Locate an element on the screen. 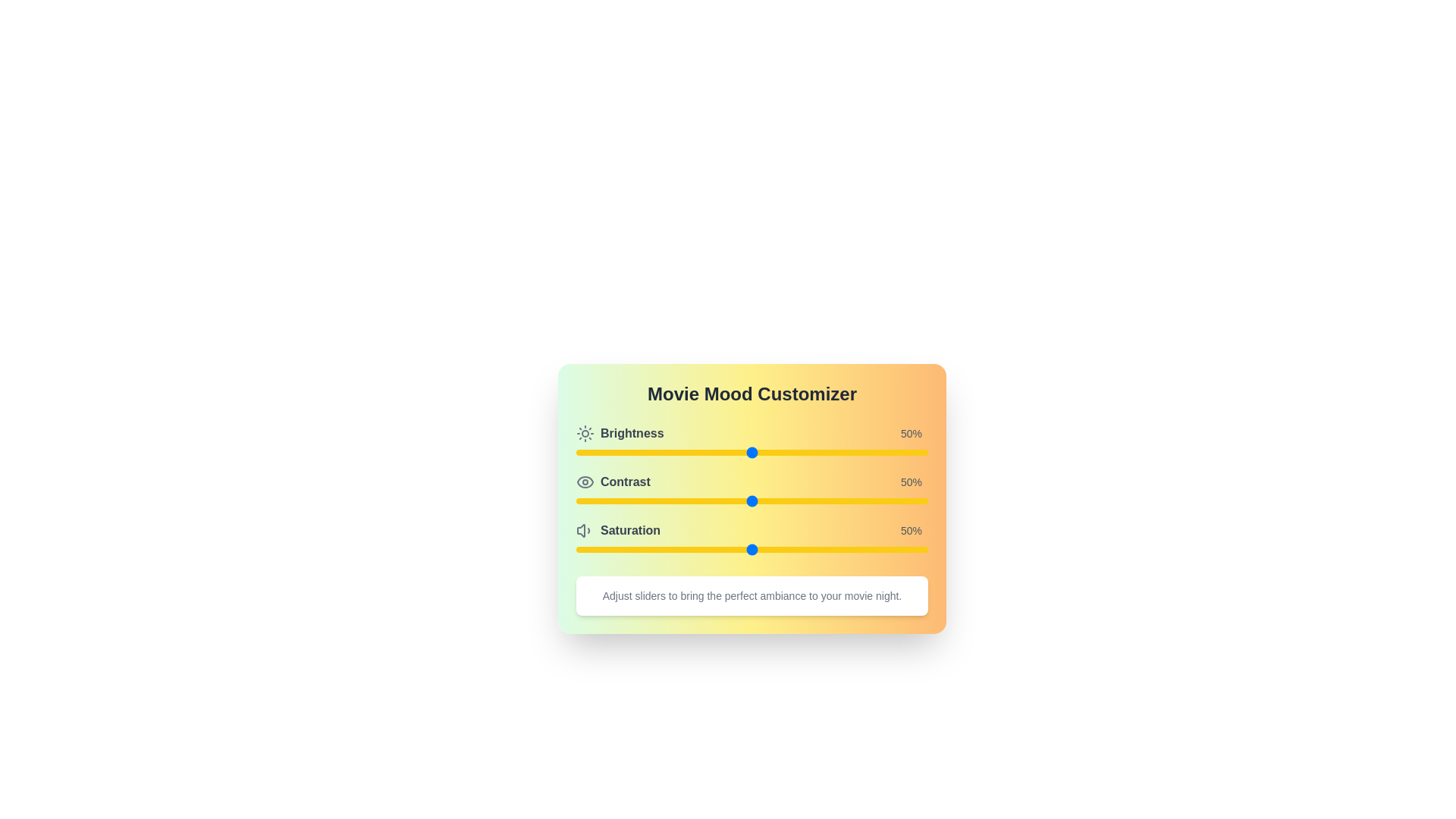  the contrast level is located at coordinates (615, 500).